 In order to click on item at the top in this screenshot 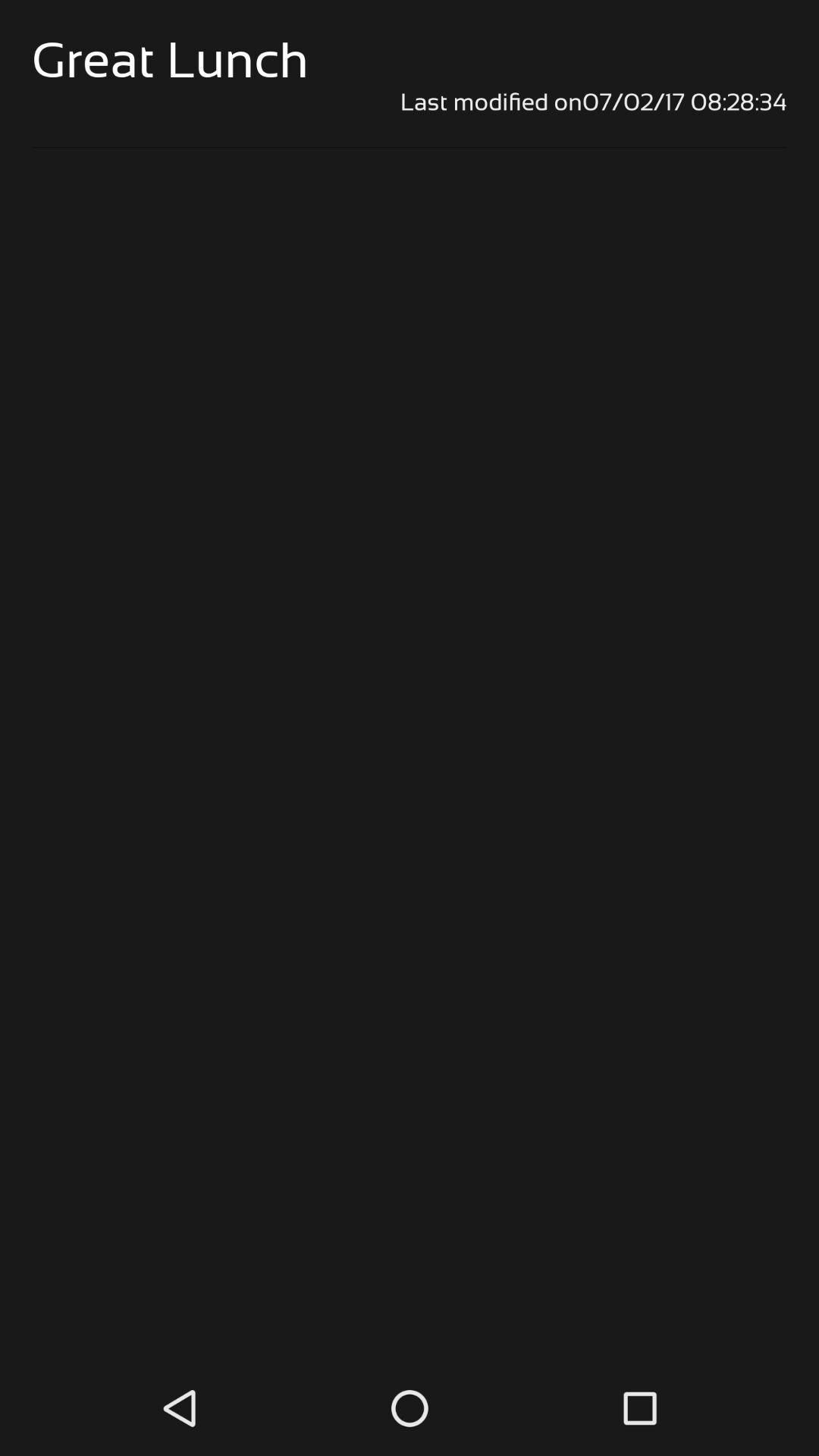, I will do `click(409, 101)`.